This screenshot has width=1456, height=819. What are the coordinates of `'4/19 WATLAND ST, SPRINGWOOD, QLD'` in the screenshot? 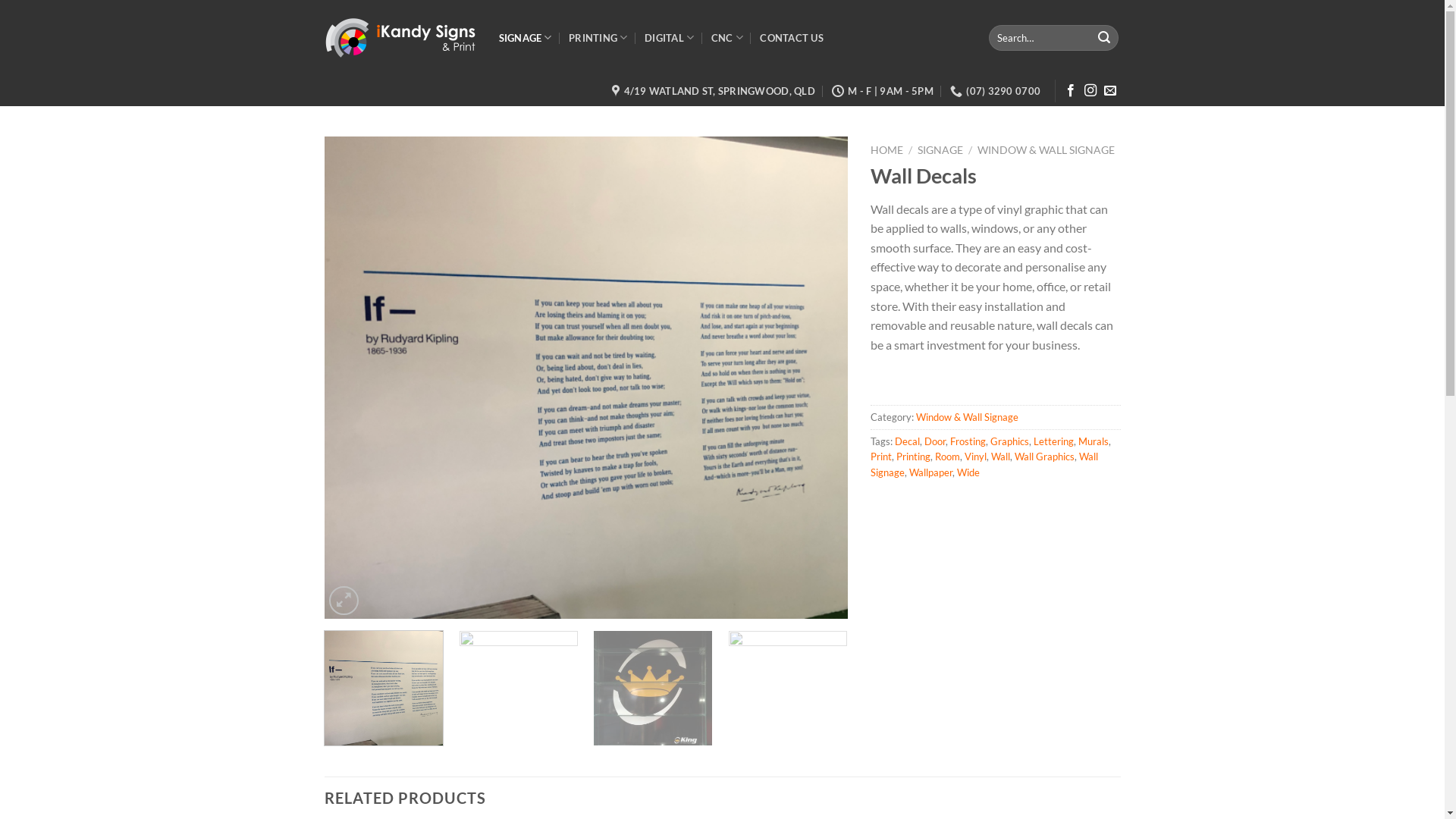 It's located at (712, 90).